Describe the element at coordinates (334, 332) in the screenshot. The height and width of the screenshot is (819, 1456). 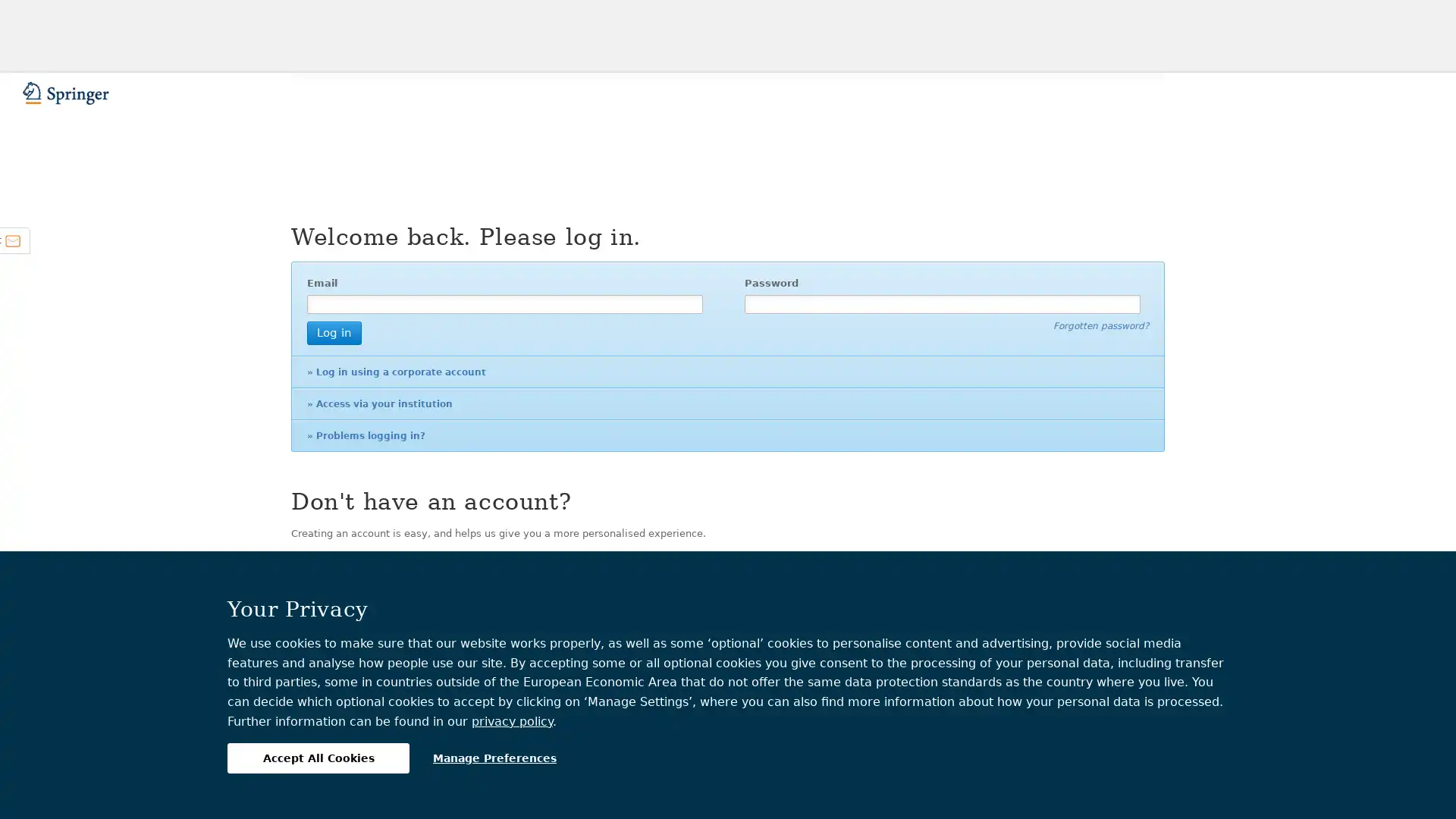
I see `Log in` at that location.